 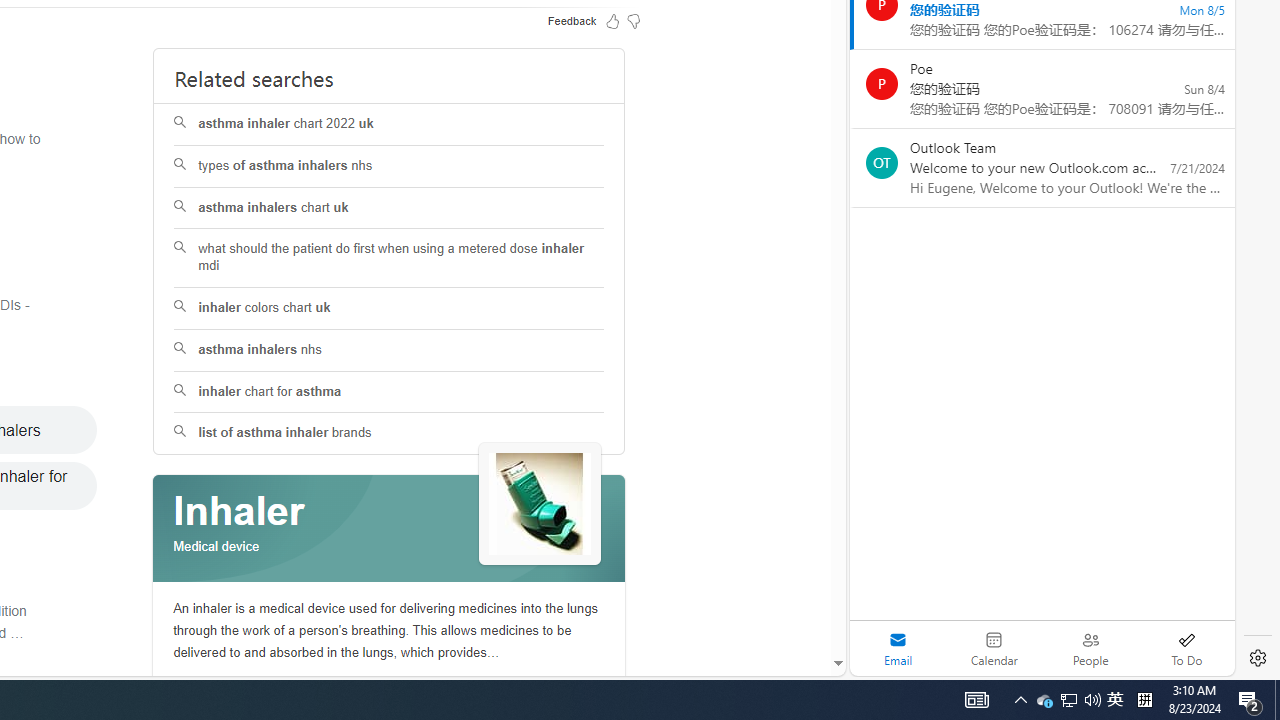 What do you see at coordinates (540, 504) in the screenshot?
I see `'See more images of Inhaler'` at bounding box center [540, 504].